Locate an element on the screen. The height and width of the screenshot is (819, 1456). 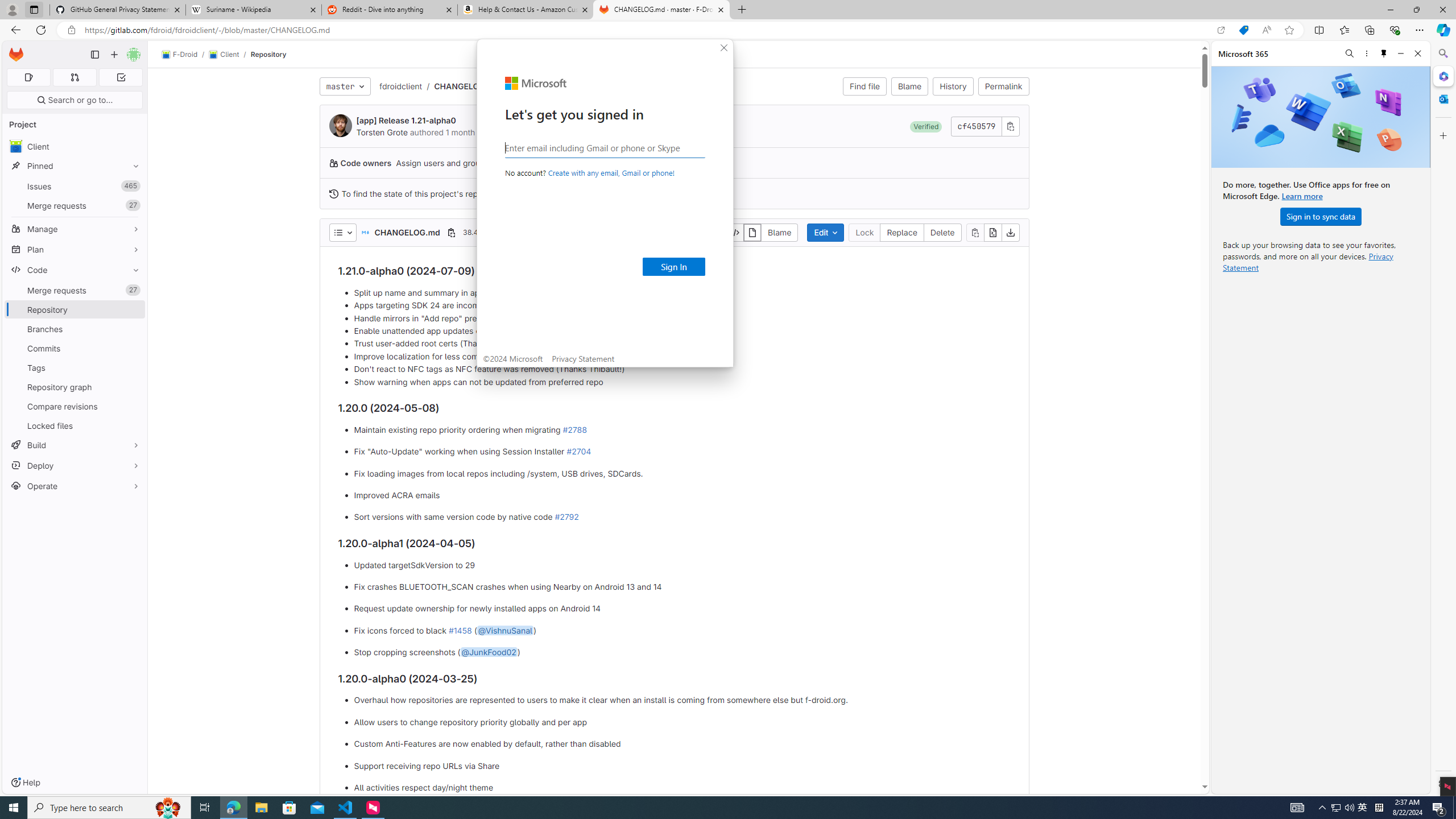
'Microsoft Store' is located at coordinates (289, 806).